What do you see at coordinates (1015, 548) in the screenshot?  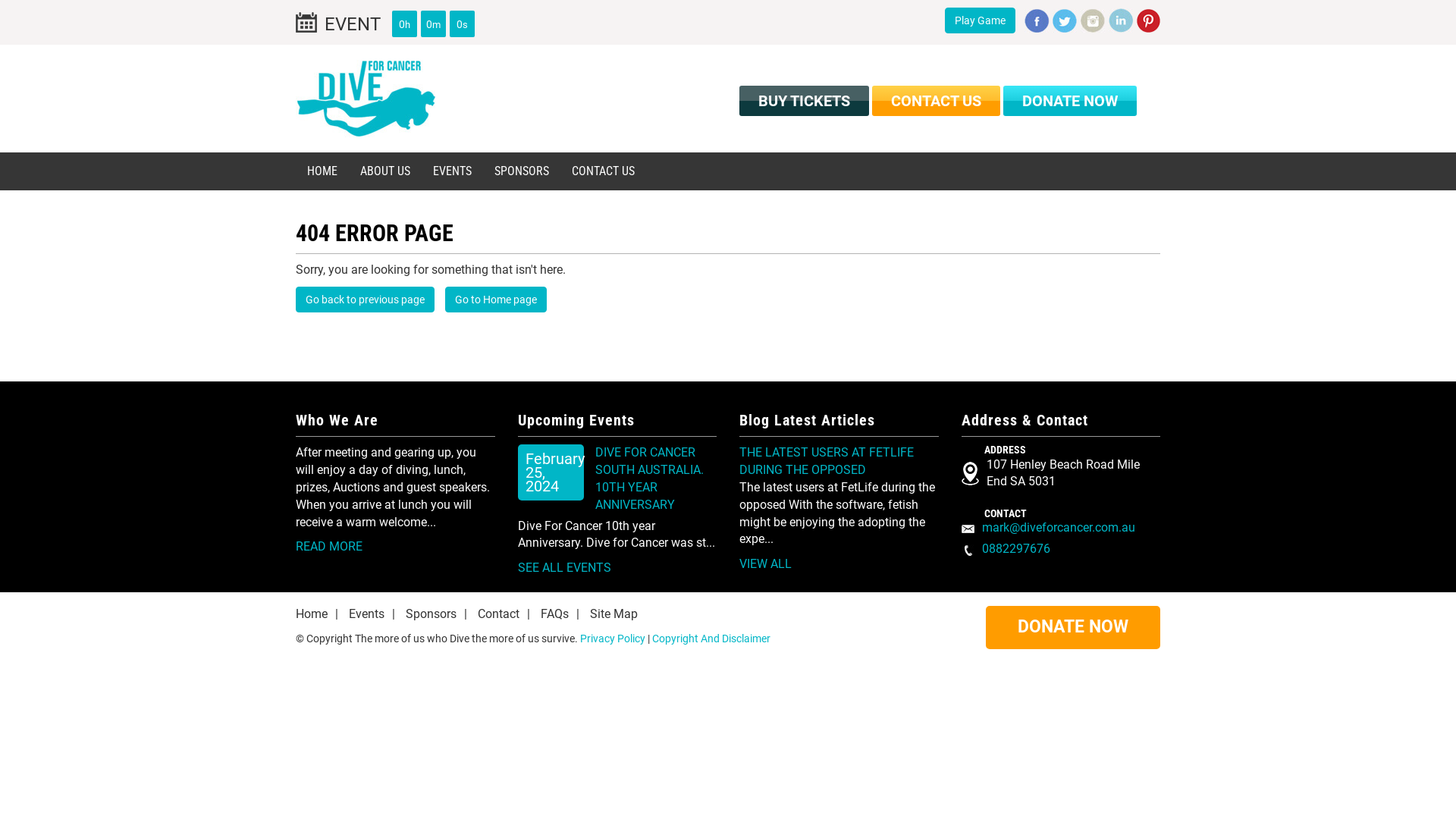 I see `'0882297676'` at bounding box center [1015, 548].